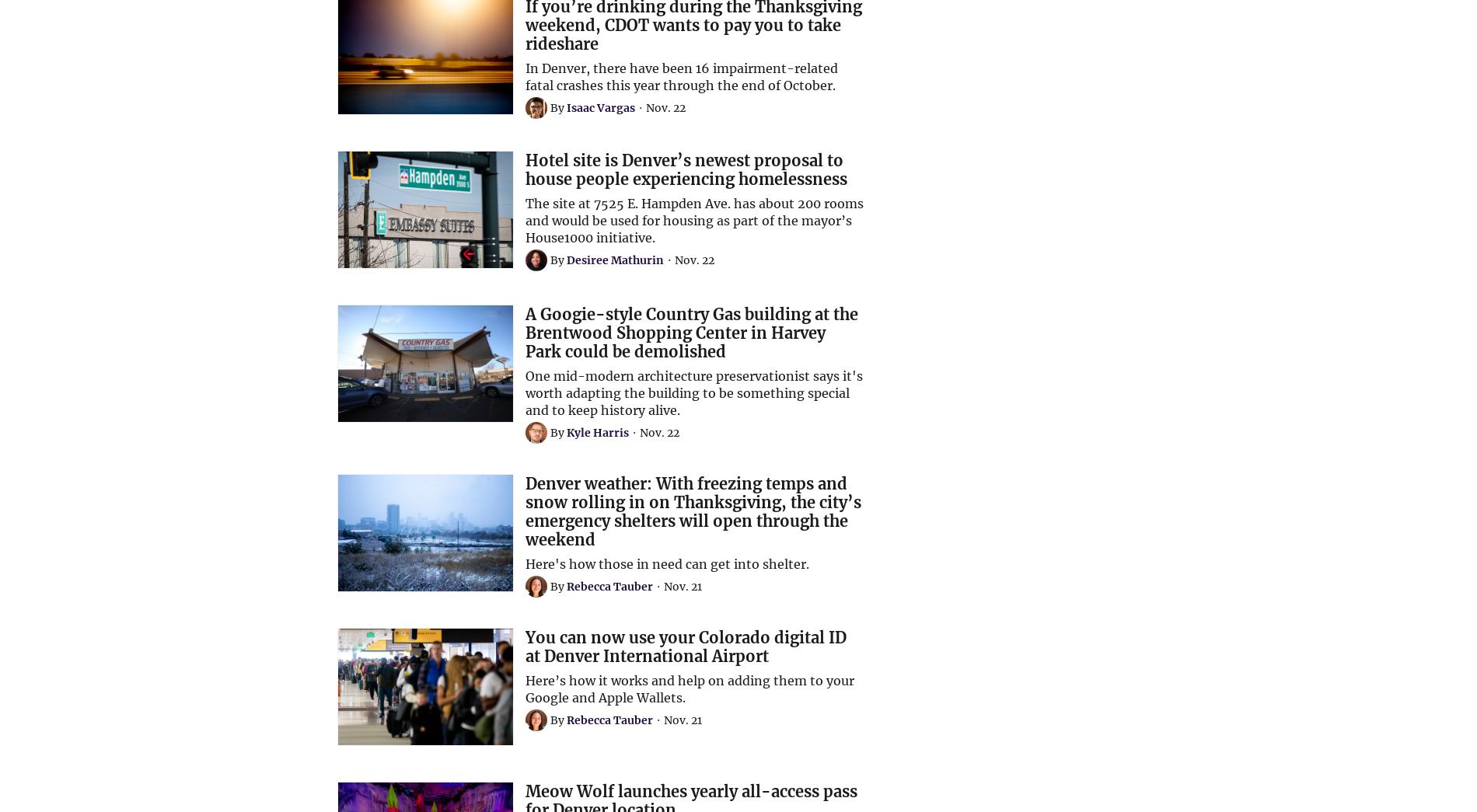  Describe the element at coordinates (681, 76) in the screenshot. I see `'In Denver, there have been 16 impairment-related fatal crashes this year through the end of October.'` at that location.